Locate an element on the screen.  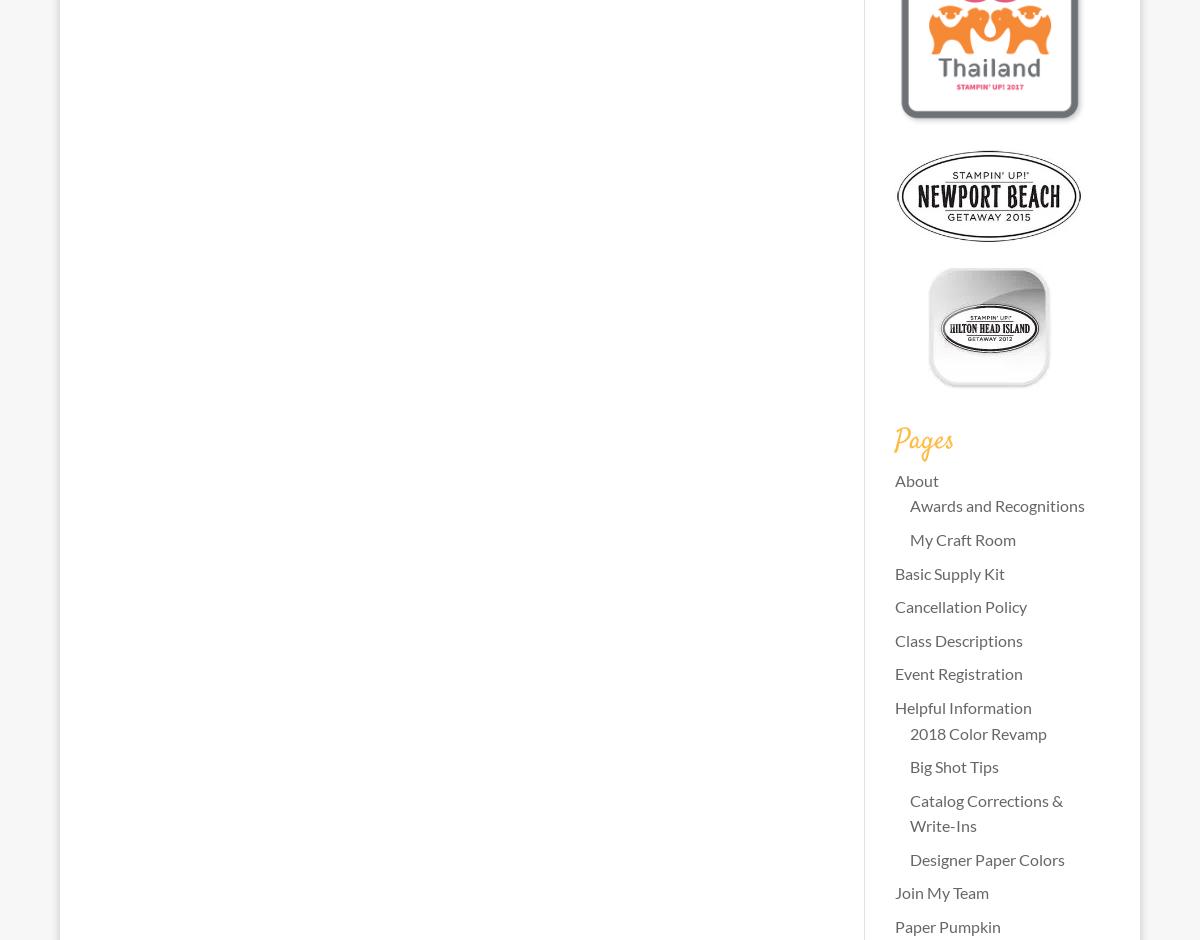
'Big Shot Tips' is located at coordinates (908, 765).